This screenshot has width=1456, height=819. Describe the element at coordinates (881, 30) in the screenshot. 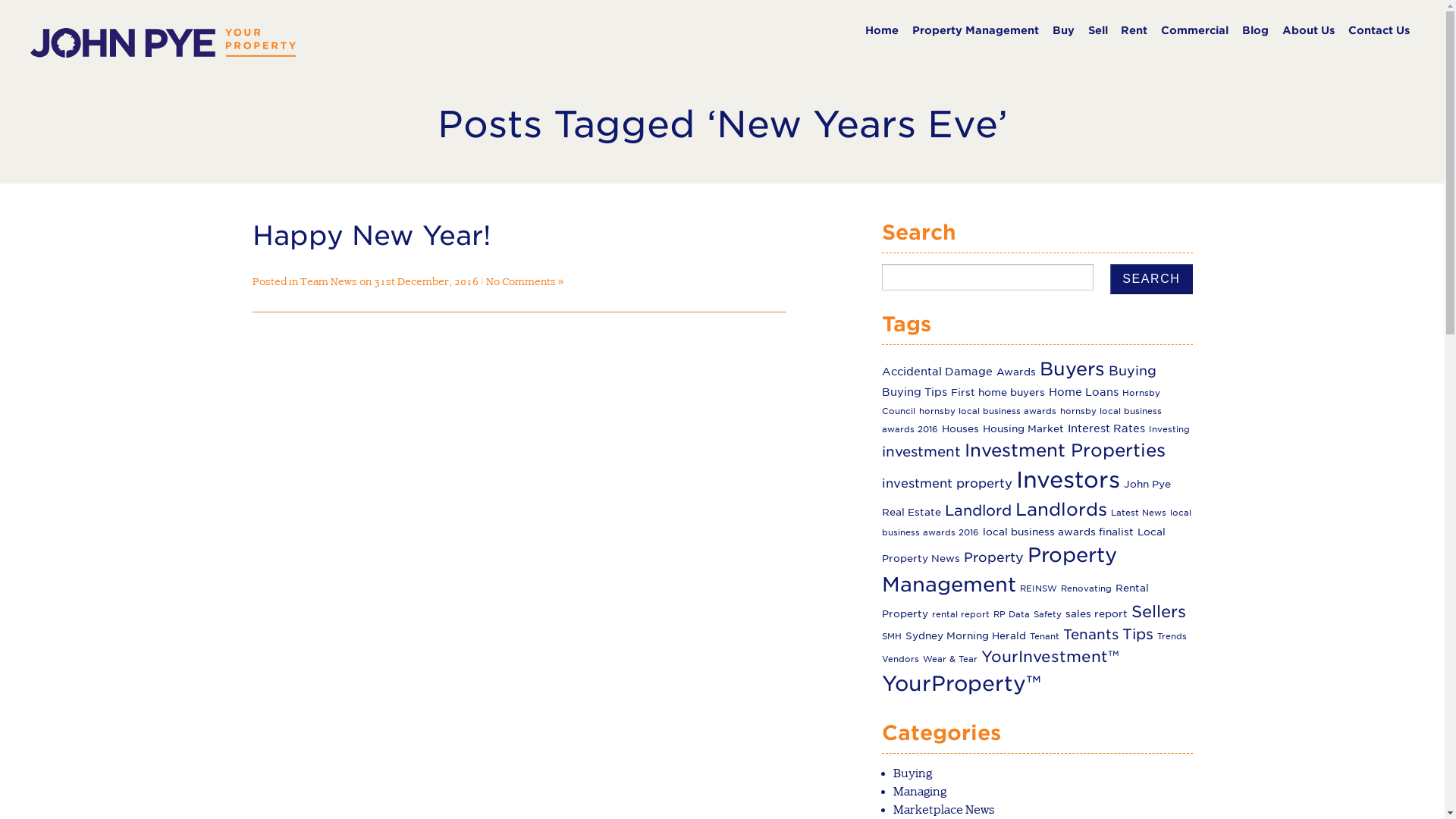

I see `'Home'` at that location.